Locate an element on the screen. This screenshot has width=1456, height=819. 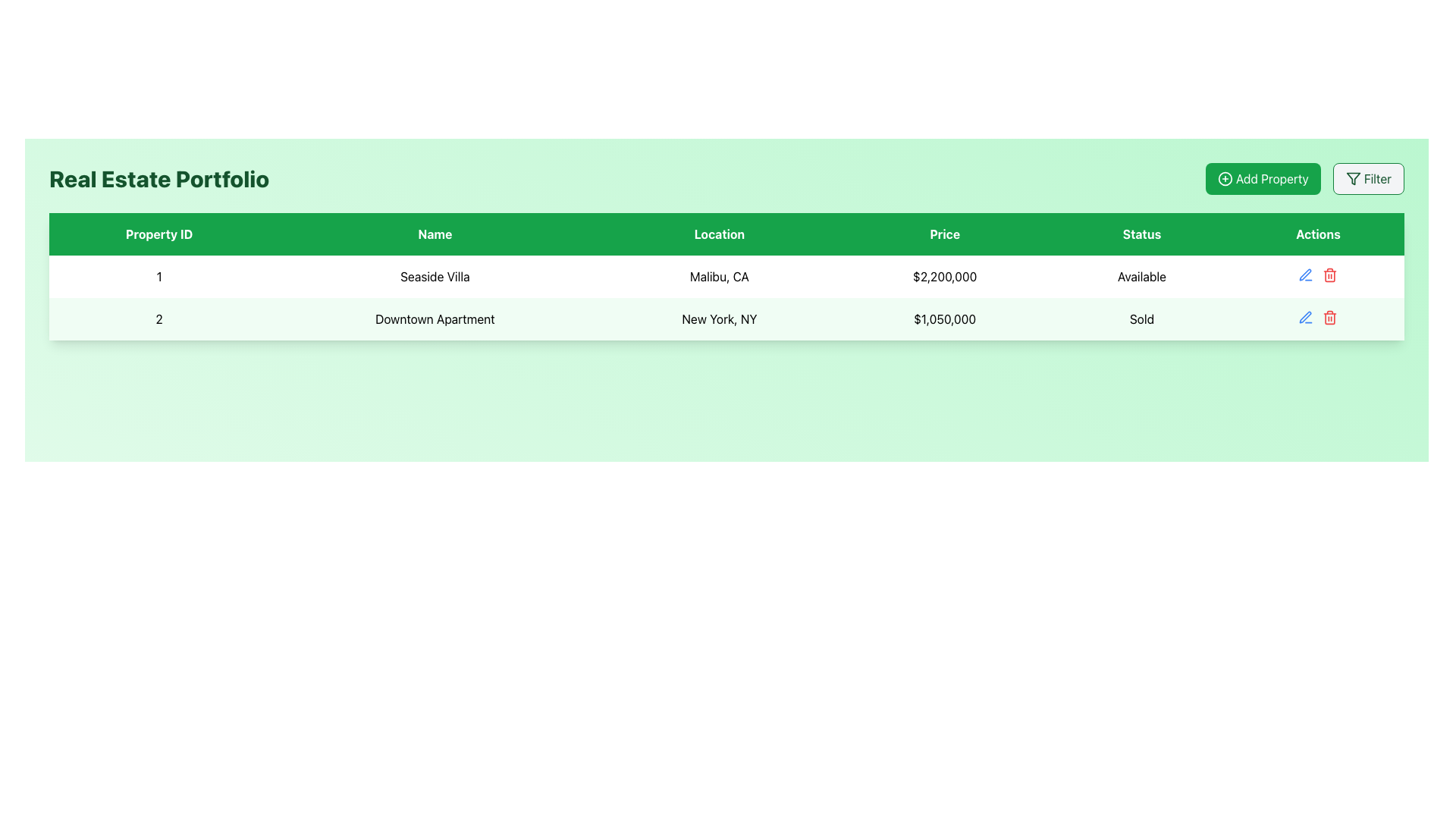
the cluster of action buttons located in the 'Actions' cell of the second row for the 'Downtown Apartment' listing, which includes an edit icon and a delete icon is located at coordinates (1317, 317).